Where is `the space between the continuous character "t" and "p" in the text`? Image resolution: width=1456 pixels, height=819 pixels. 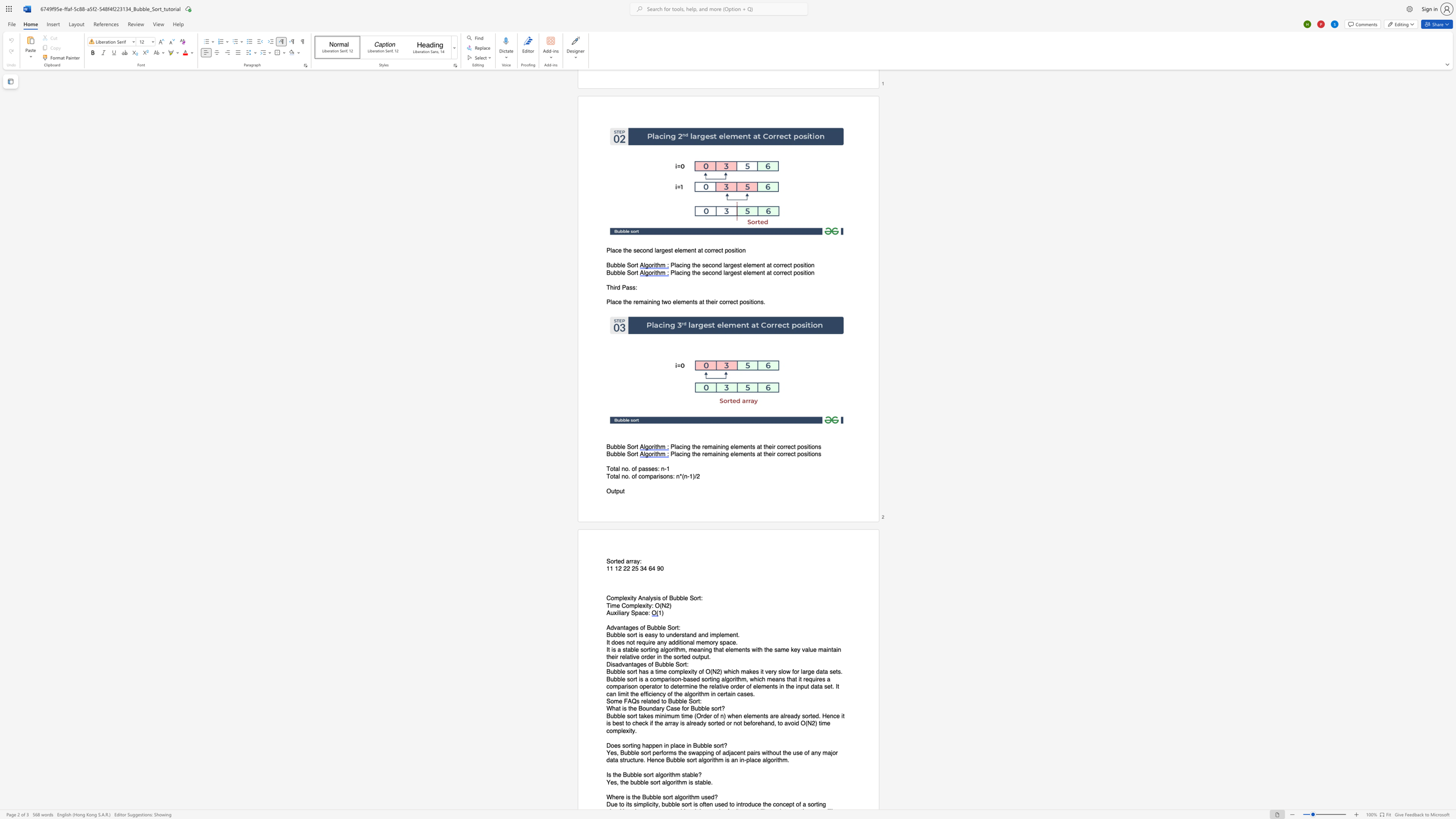
the space between the continuous character "t" and "p" in the text is located at coordinates (700, 657).